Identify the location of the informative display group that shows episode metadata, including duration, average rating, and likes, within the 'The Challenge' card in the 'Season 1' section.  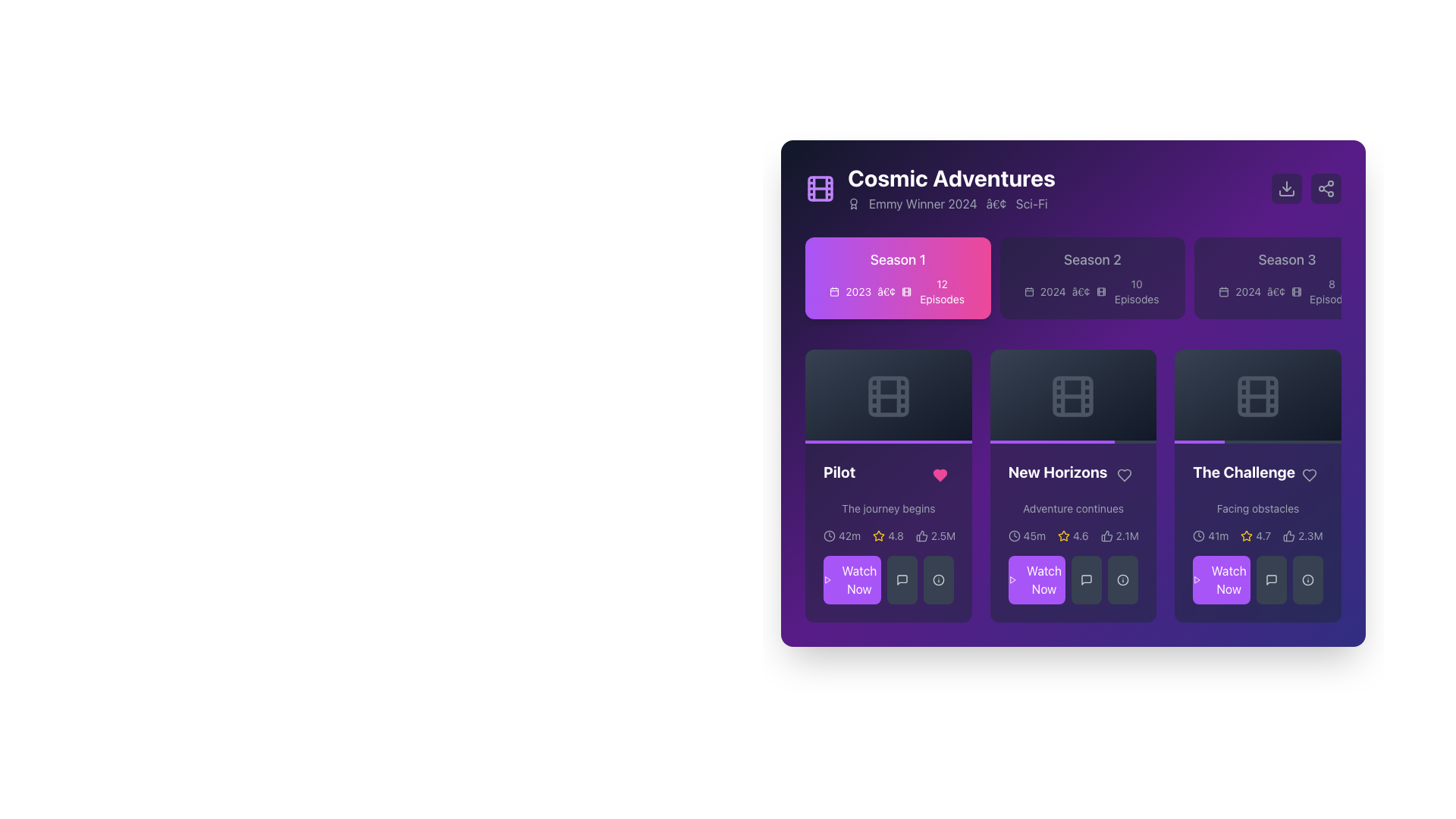
(1258, 535).